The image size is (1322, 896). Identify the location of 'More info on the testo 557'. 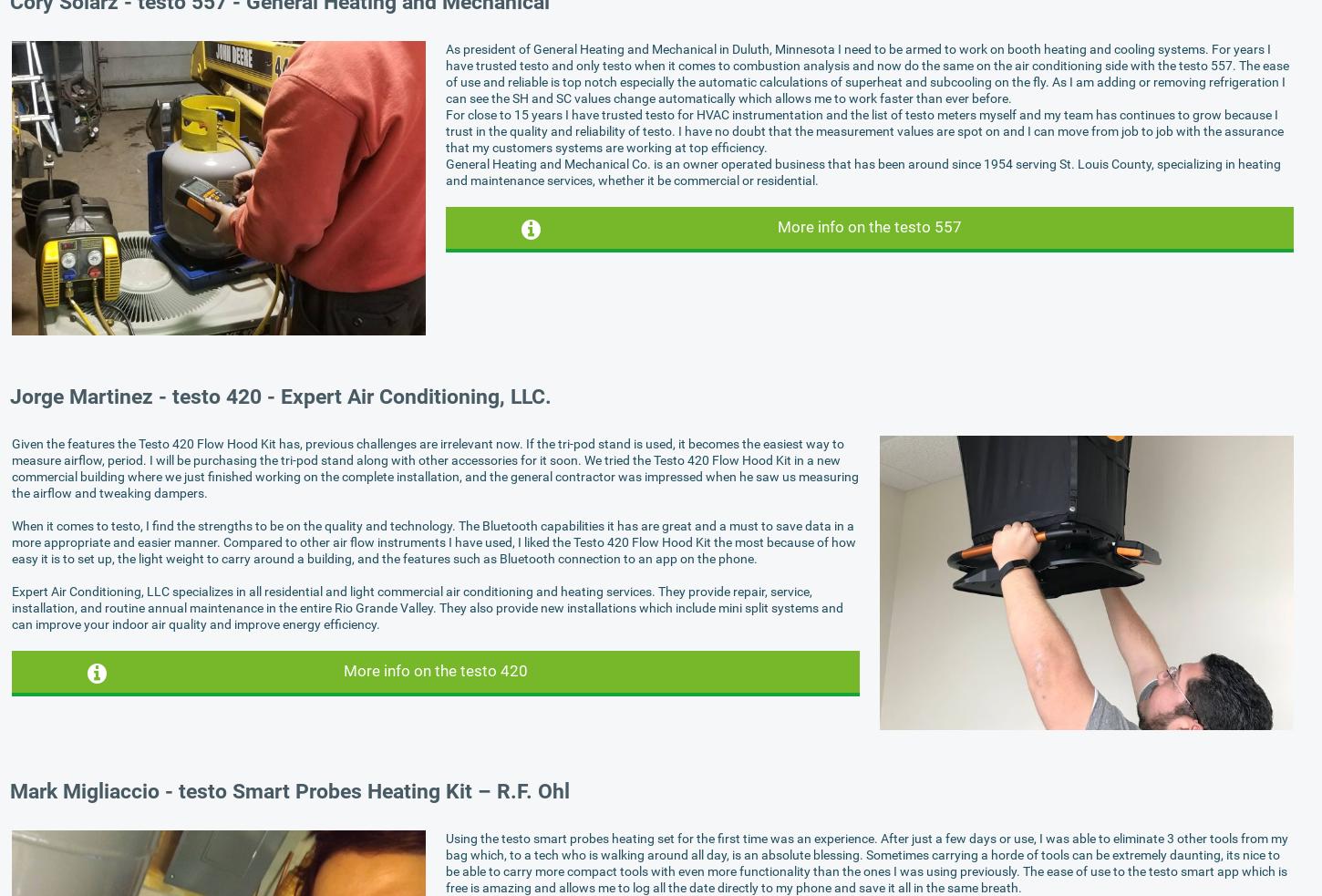
(868, 226).